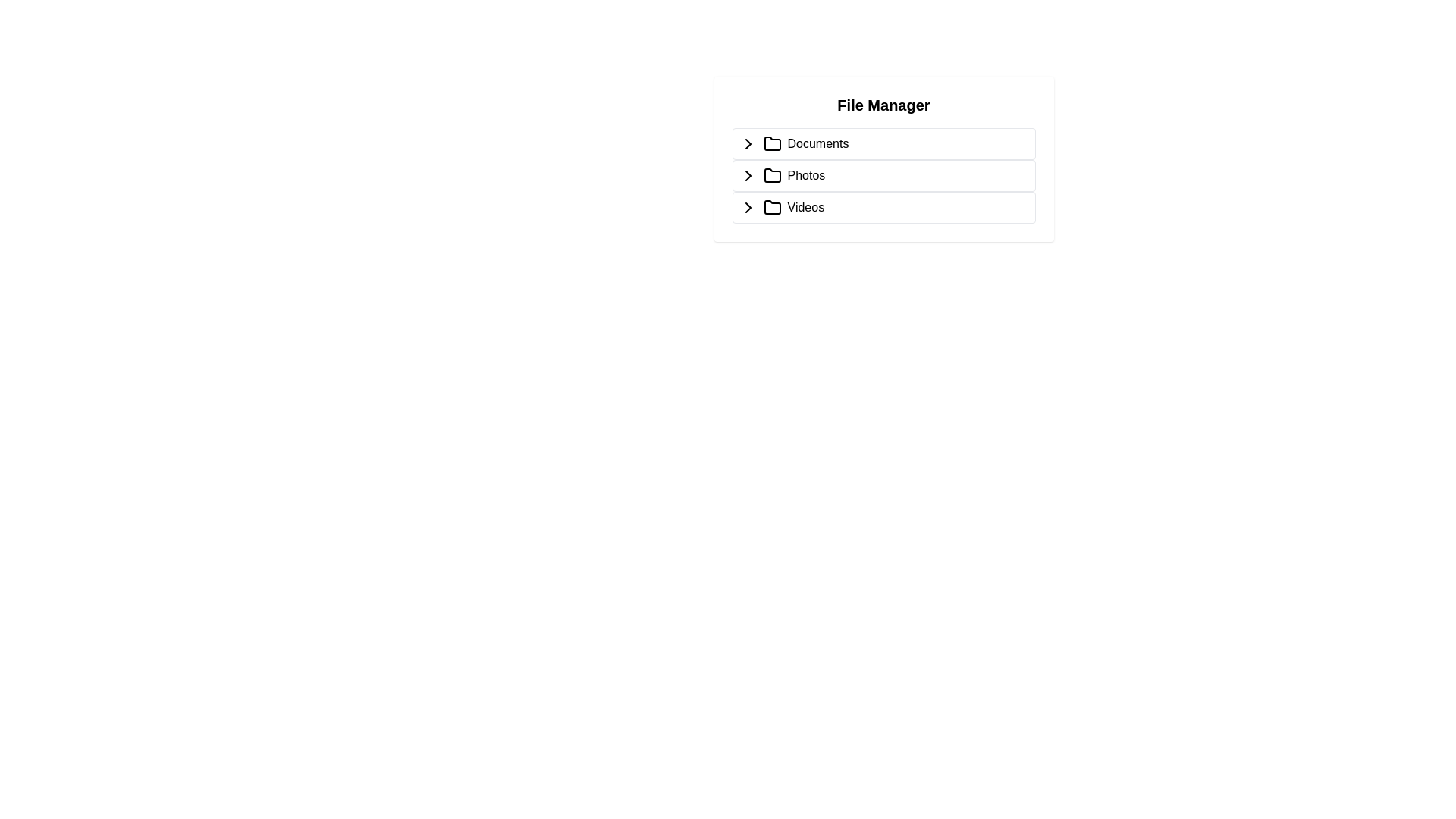 The width and height of the screenshot is (1456, 819). What do you see at coordinates (883, 174) in the screenshot?
I see `to select the 'Photos' folder in the file manager, which is the second item in the list between 'Documents' and 'Videos'` at bounding box center [883, 174].